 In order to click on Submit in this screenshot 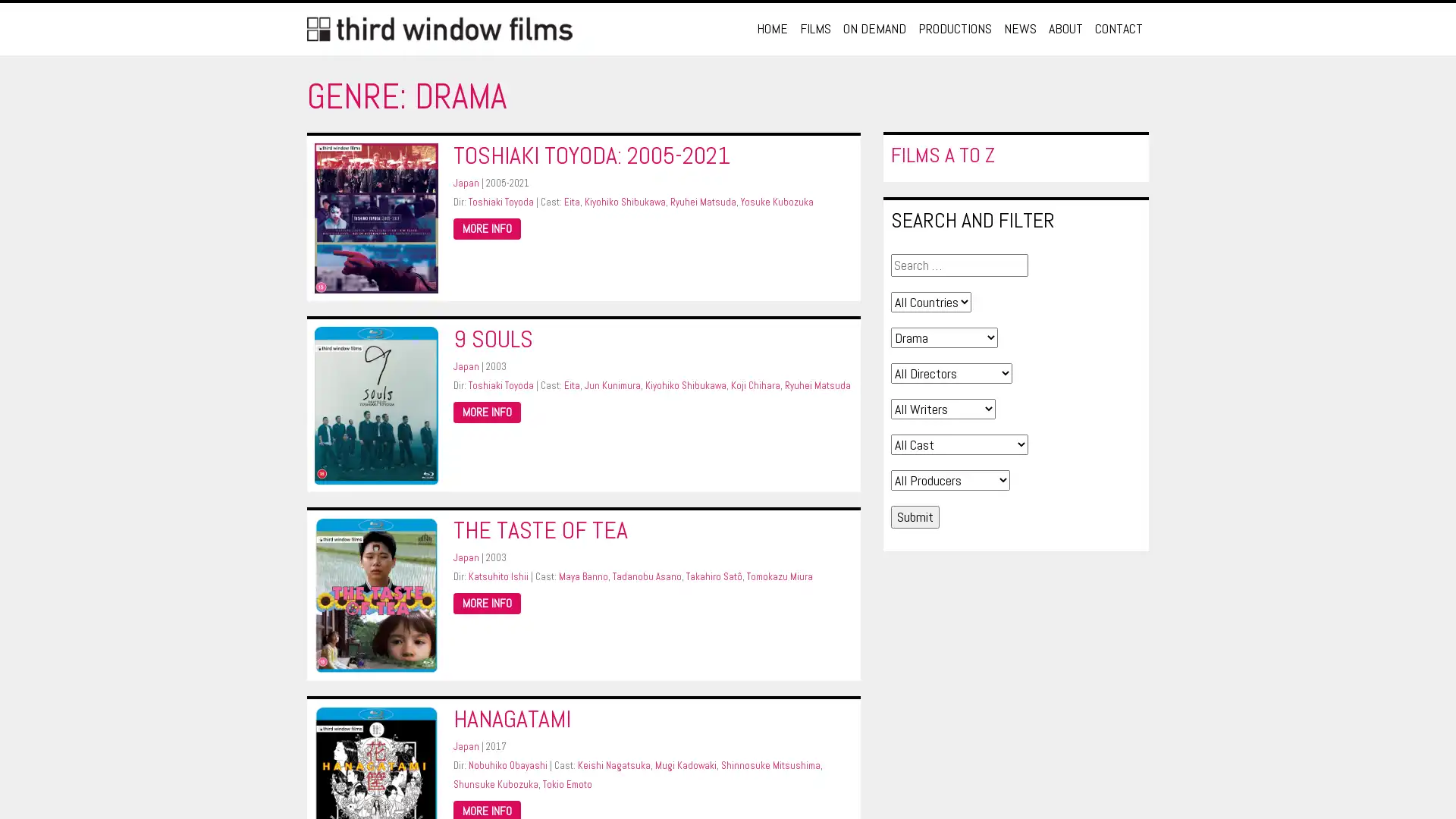, I will do `click(914, 516)`.